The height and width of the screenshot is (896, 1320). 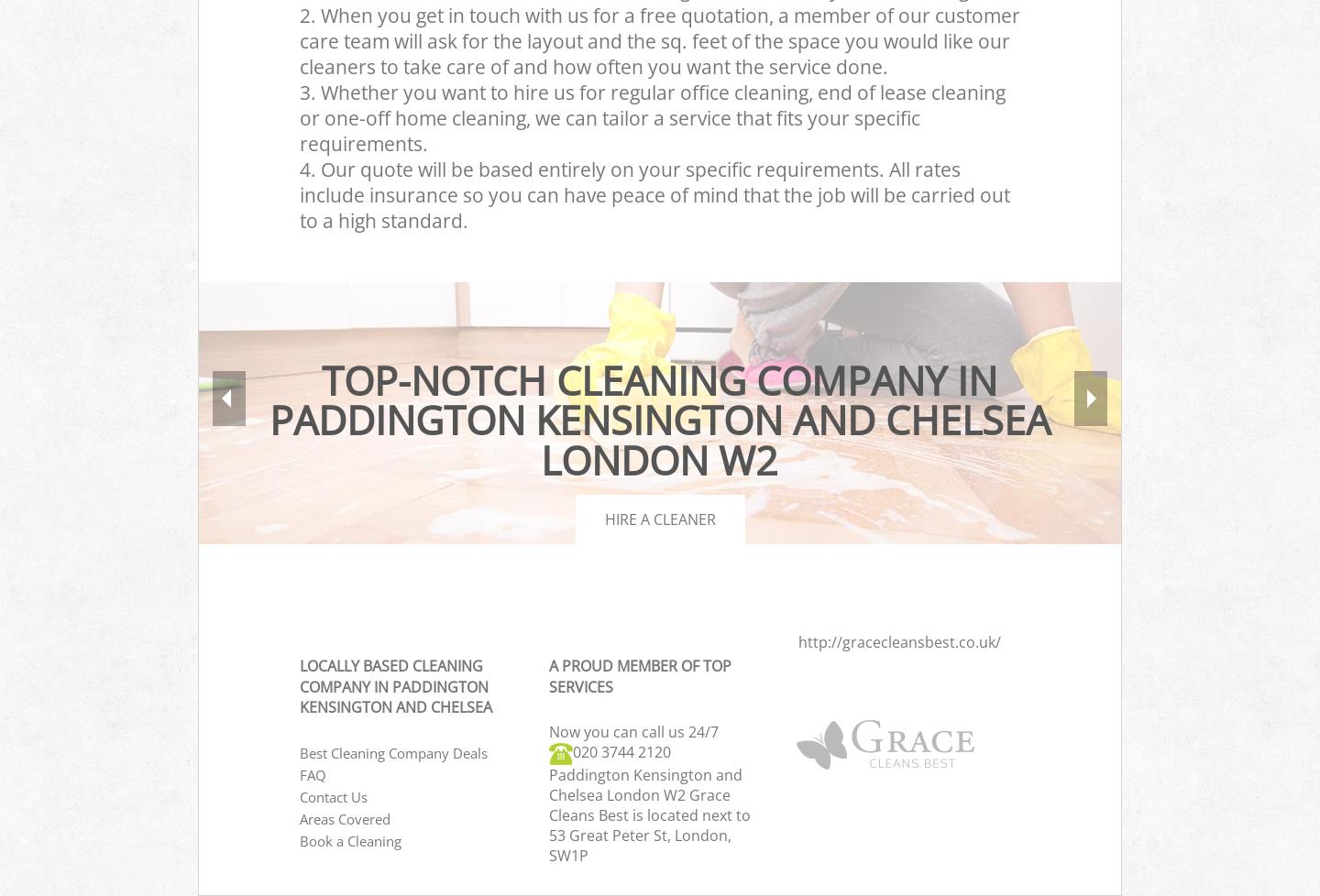 What do you see at coordinates (898, 640) in the screenshot?
I see `'http://gracecleansbest.co.uk/'` at bounding box center [898, 640].